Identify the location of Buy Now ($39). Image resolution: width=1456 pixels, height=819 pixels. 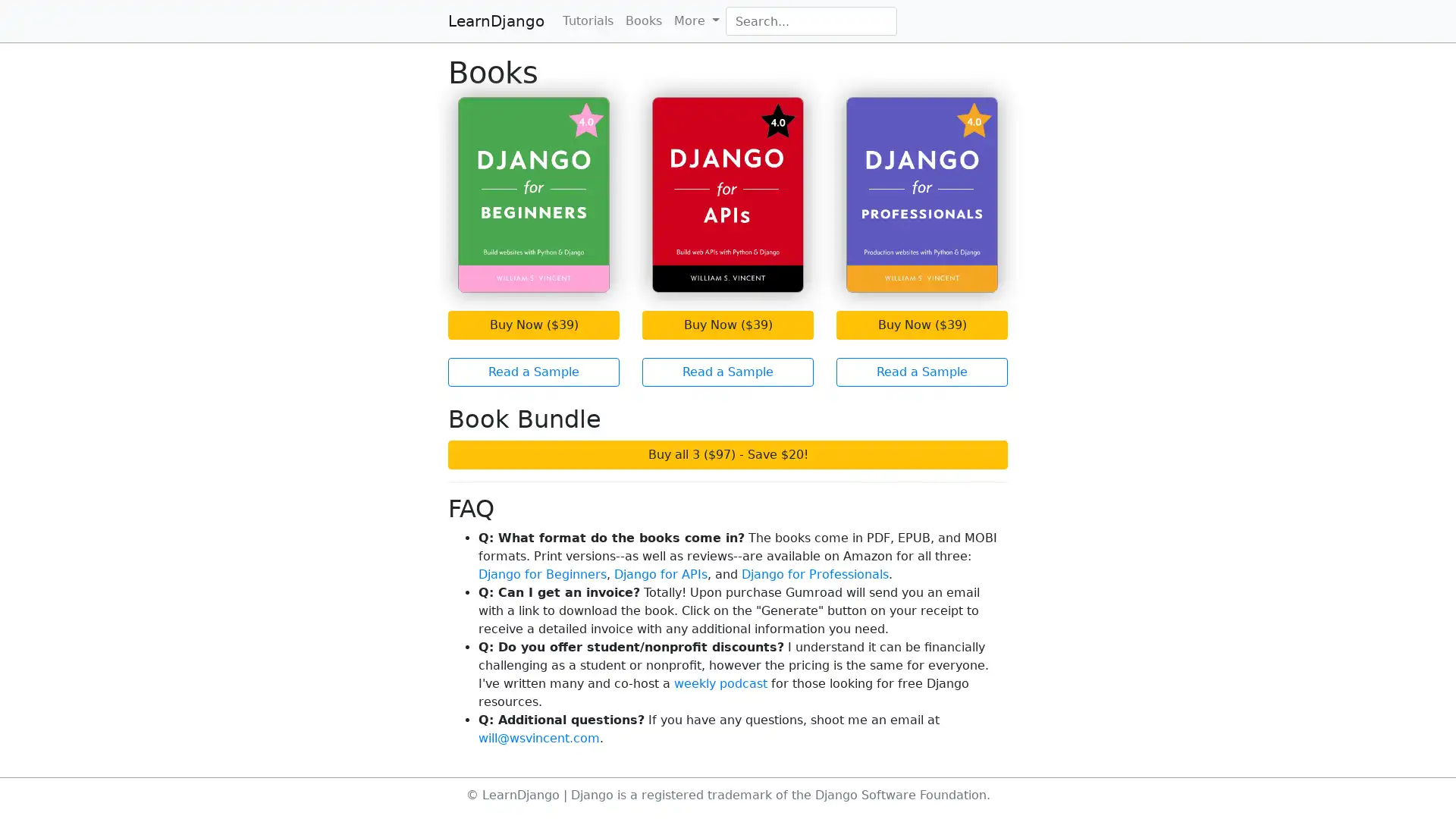
(534, 324).